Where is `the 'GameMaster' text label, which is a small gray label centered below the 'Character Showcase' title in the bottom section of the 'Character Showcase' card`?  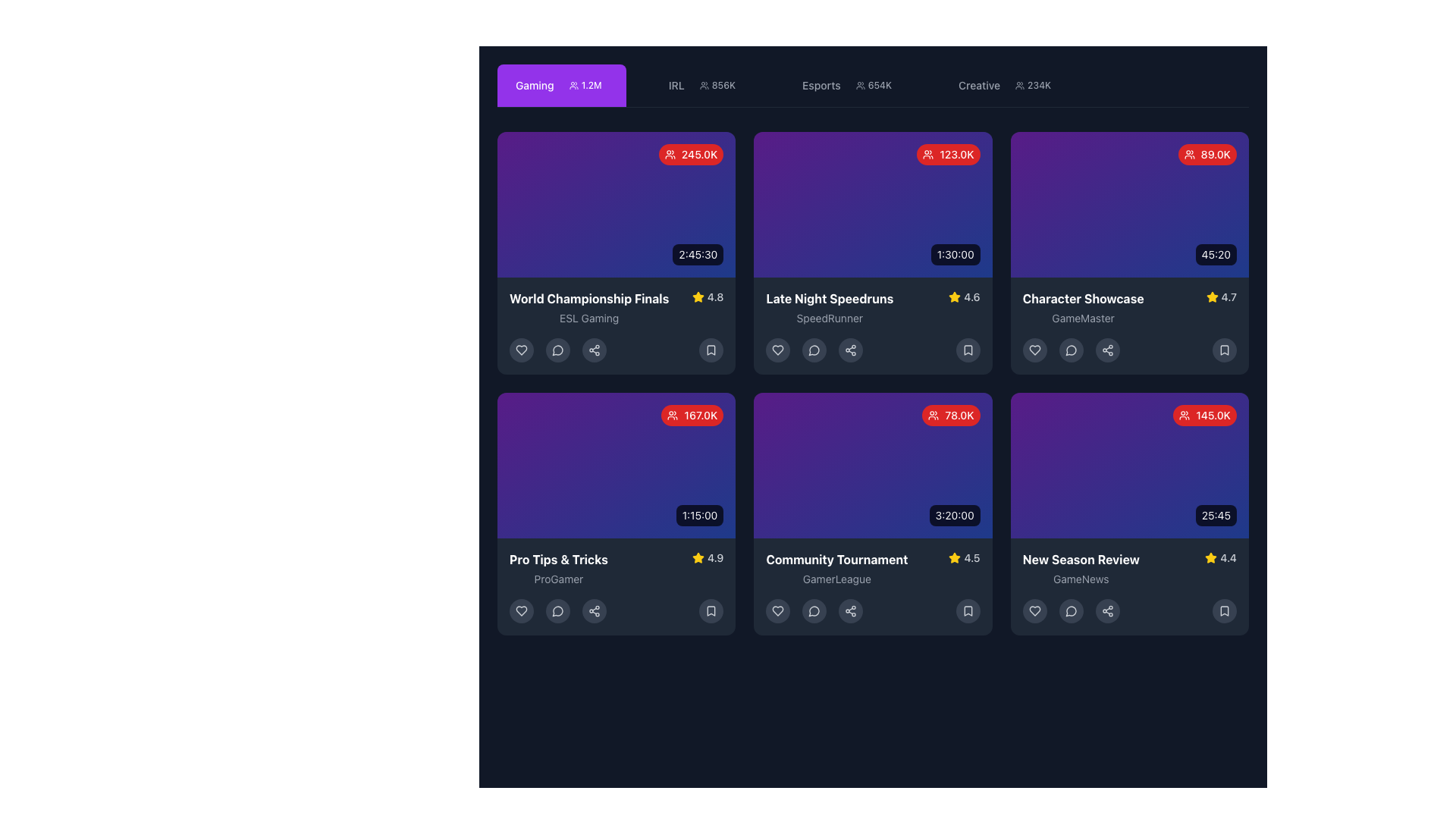 the 'GameMaster' text label, which is a small gray label centered below the 'Character Showcase' title in the bottom section of the 'Character Showcase' card is located at coordinates (1082, 318).